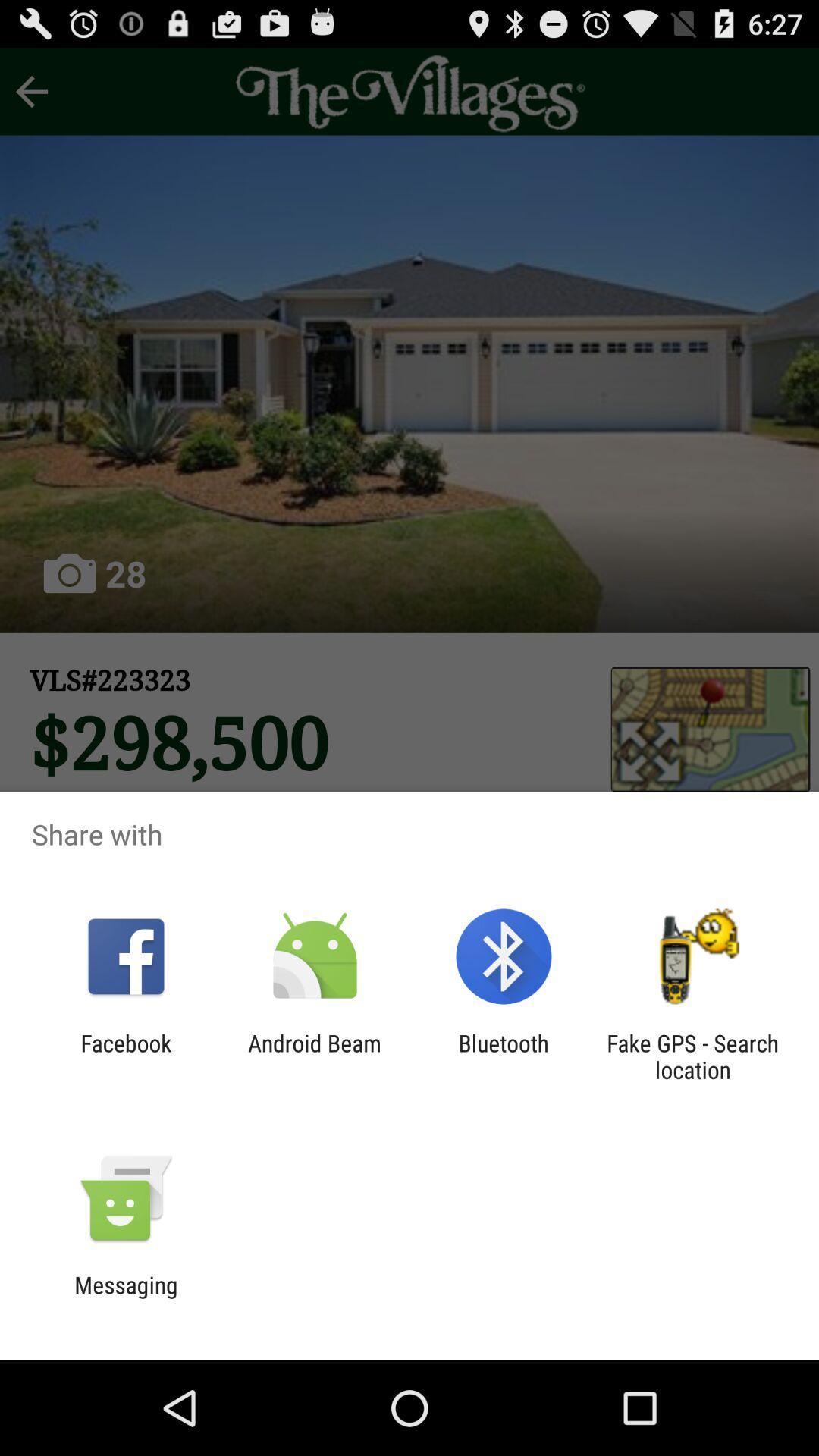  What do you see at coordinates (504, 1056) in the screenshot?
I see `app to the right of android beam icon` at bounding box center [504, 1056].